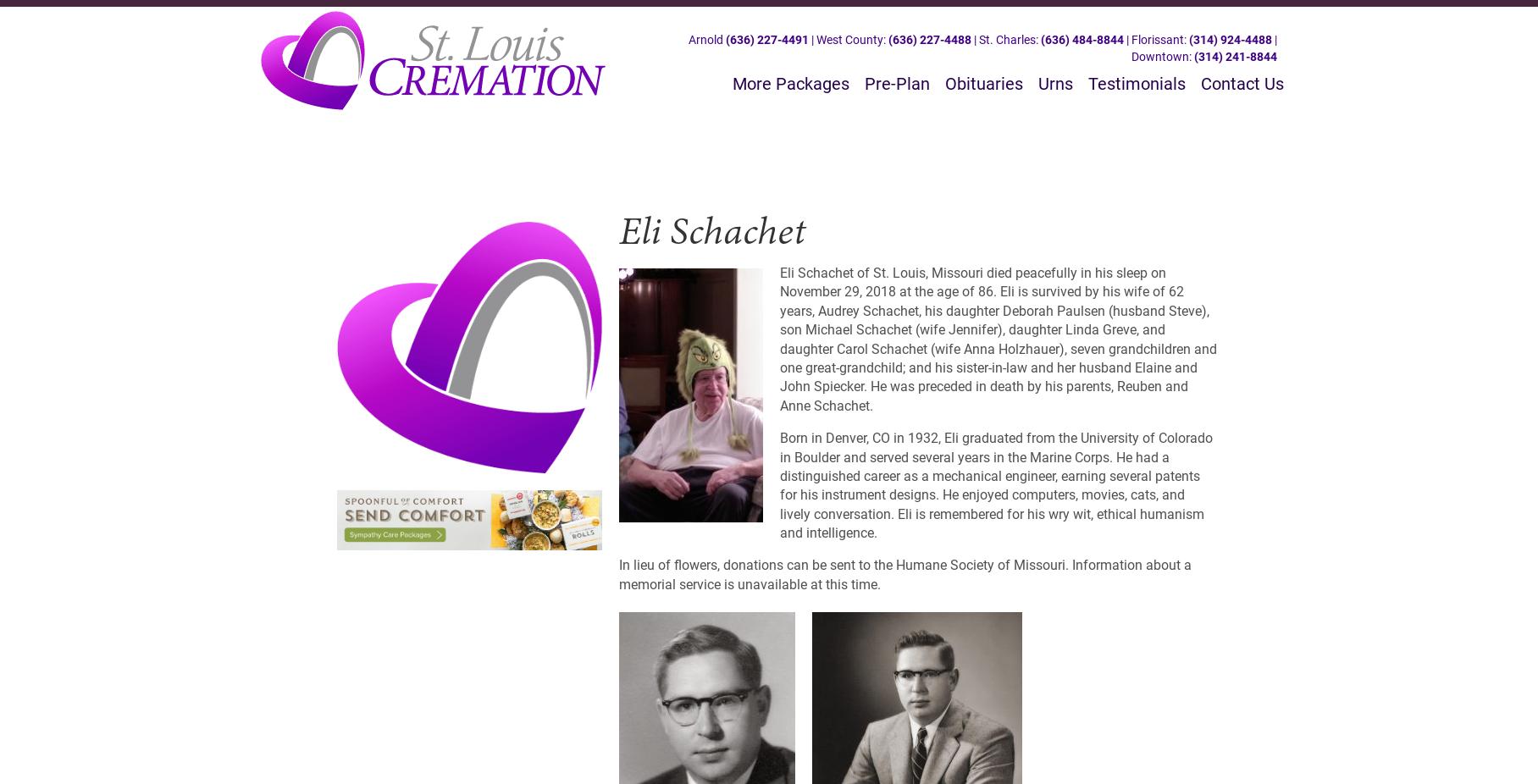 The image size is (1538, 784). I want to click on '(636) 484-8844', so click(1040, 38).